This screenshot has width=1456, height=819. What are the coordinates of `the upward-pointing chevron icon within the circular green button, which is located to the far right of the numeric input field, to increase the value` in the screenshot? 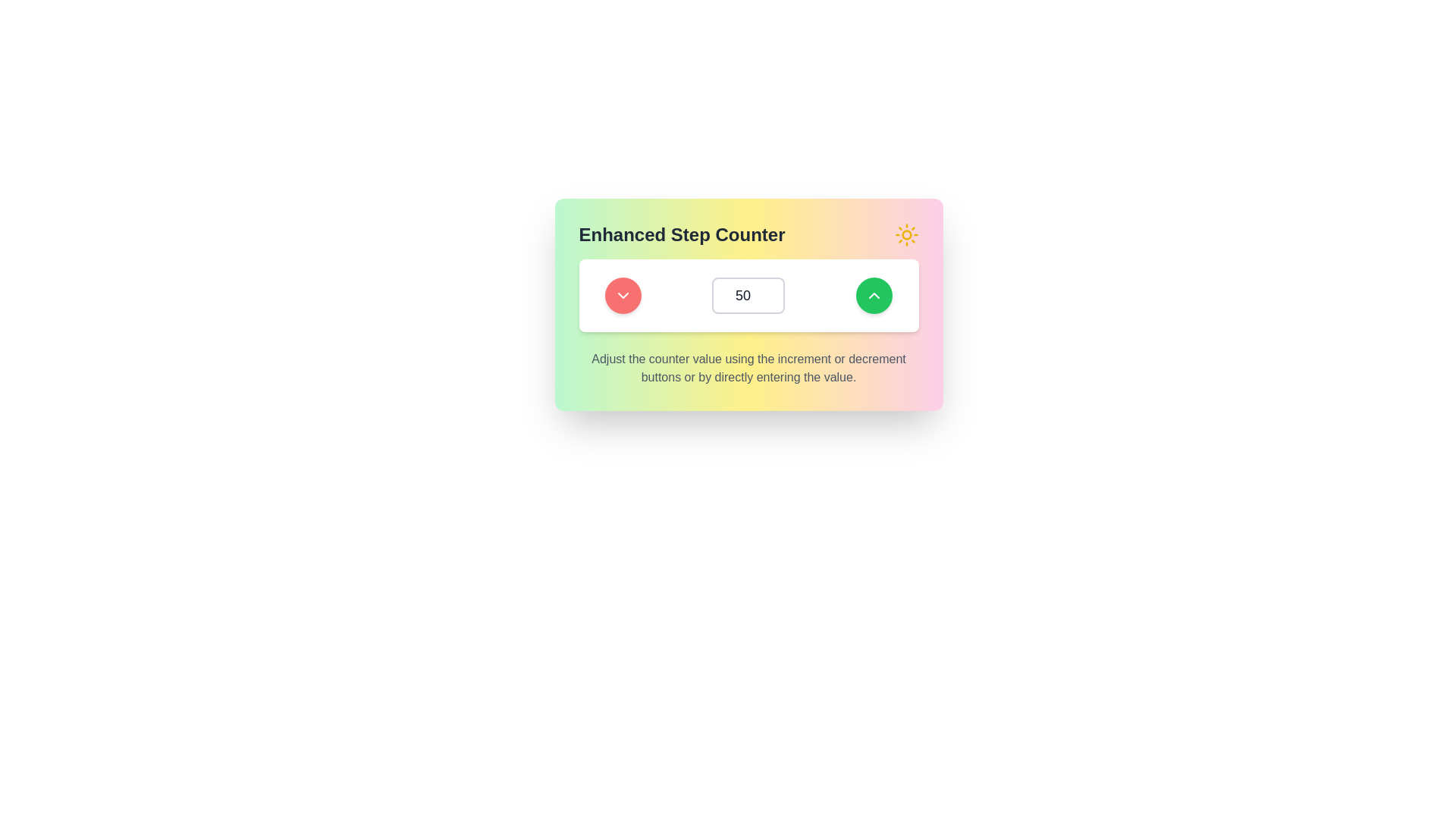 It's located at (874, 295).